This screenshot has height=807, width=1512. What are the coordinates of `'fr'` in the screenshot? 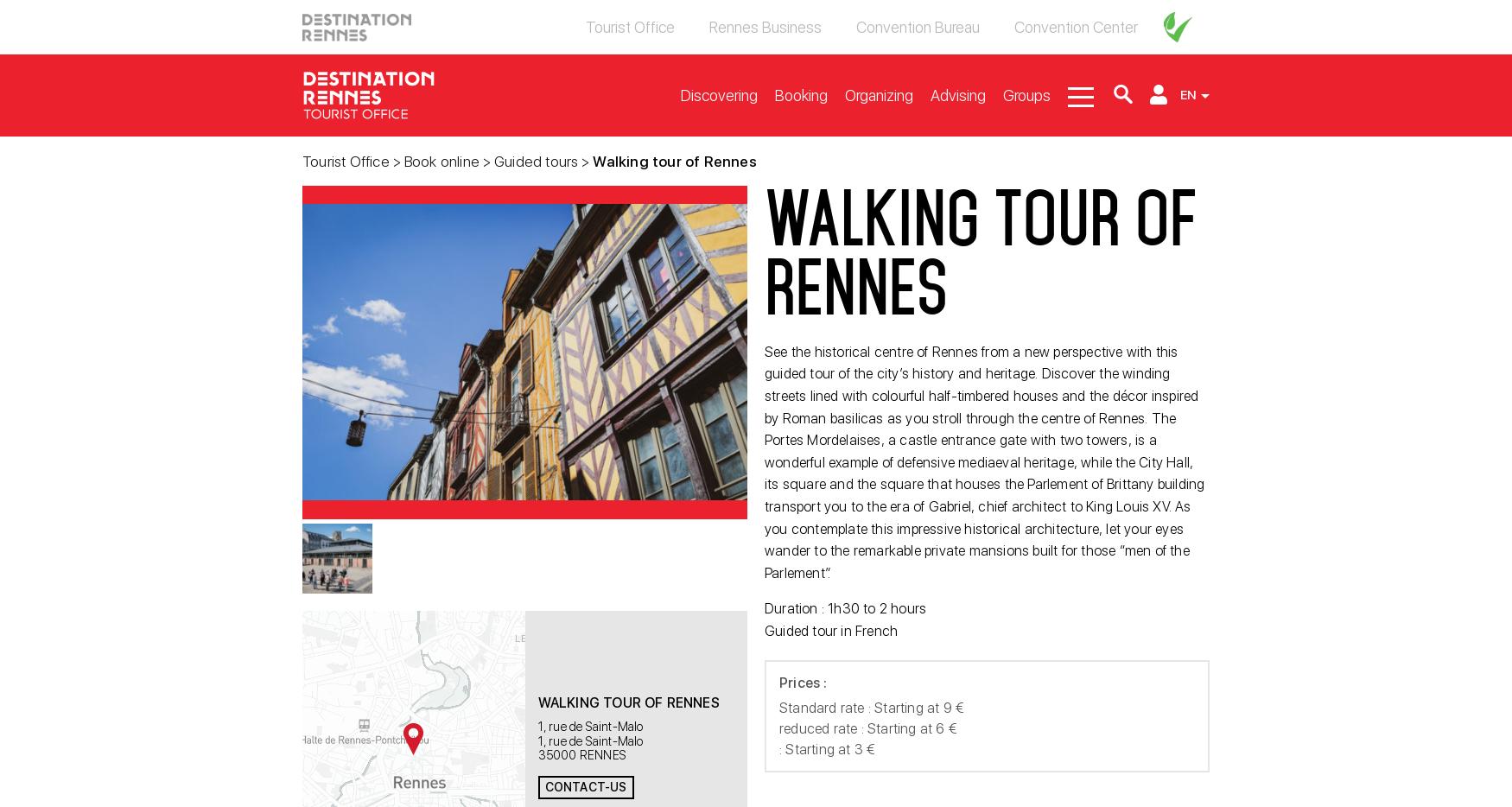 It's located at (1187, 139).